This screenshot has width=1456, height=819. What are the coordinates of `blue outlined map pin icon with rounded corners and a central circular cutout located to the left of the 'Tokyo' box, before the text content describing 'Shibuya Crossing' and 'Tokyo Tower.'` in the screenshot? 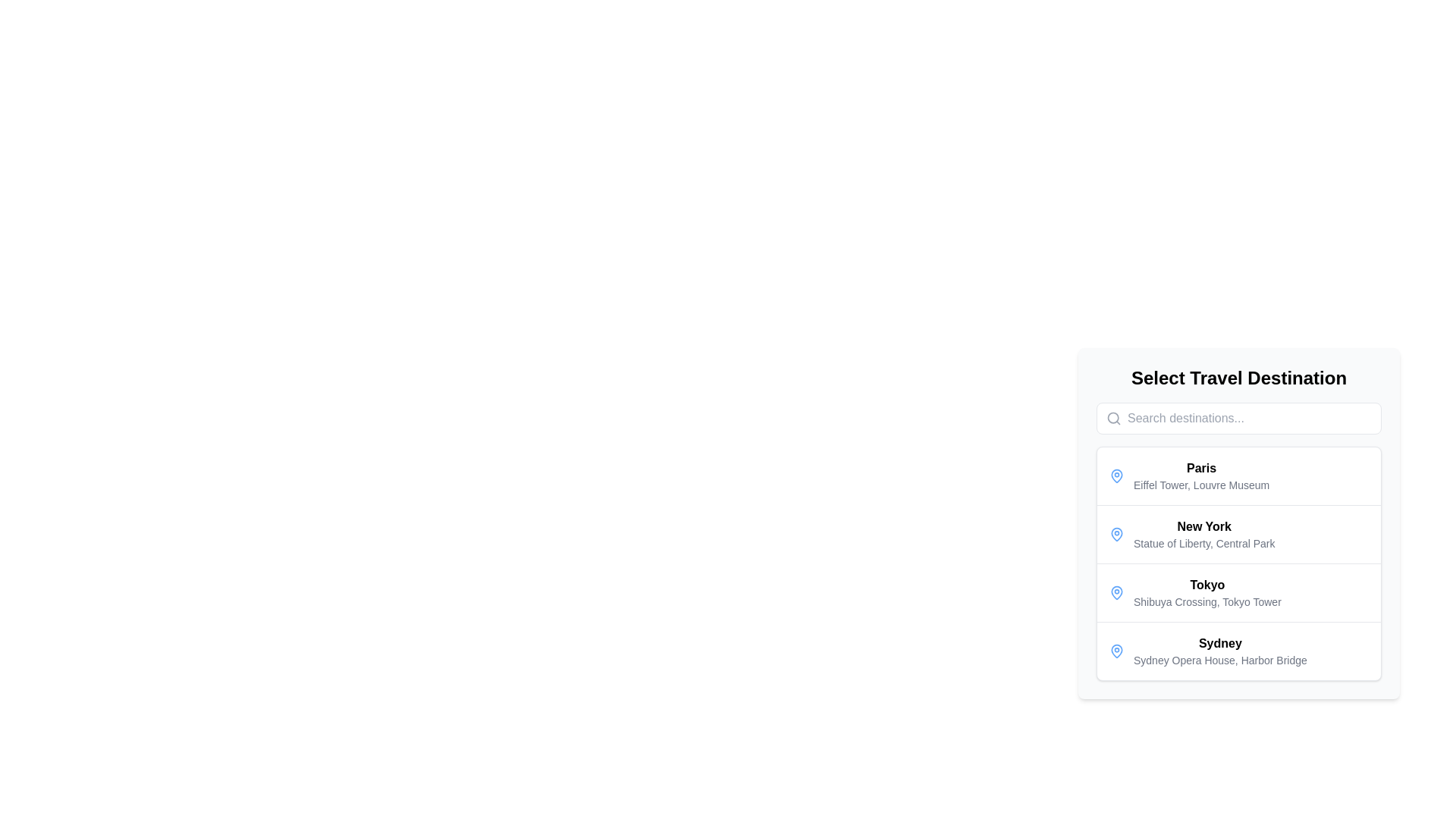 It's located at (1117, 592).